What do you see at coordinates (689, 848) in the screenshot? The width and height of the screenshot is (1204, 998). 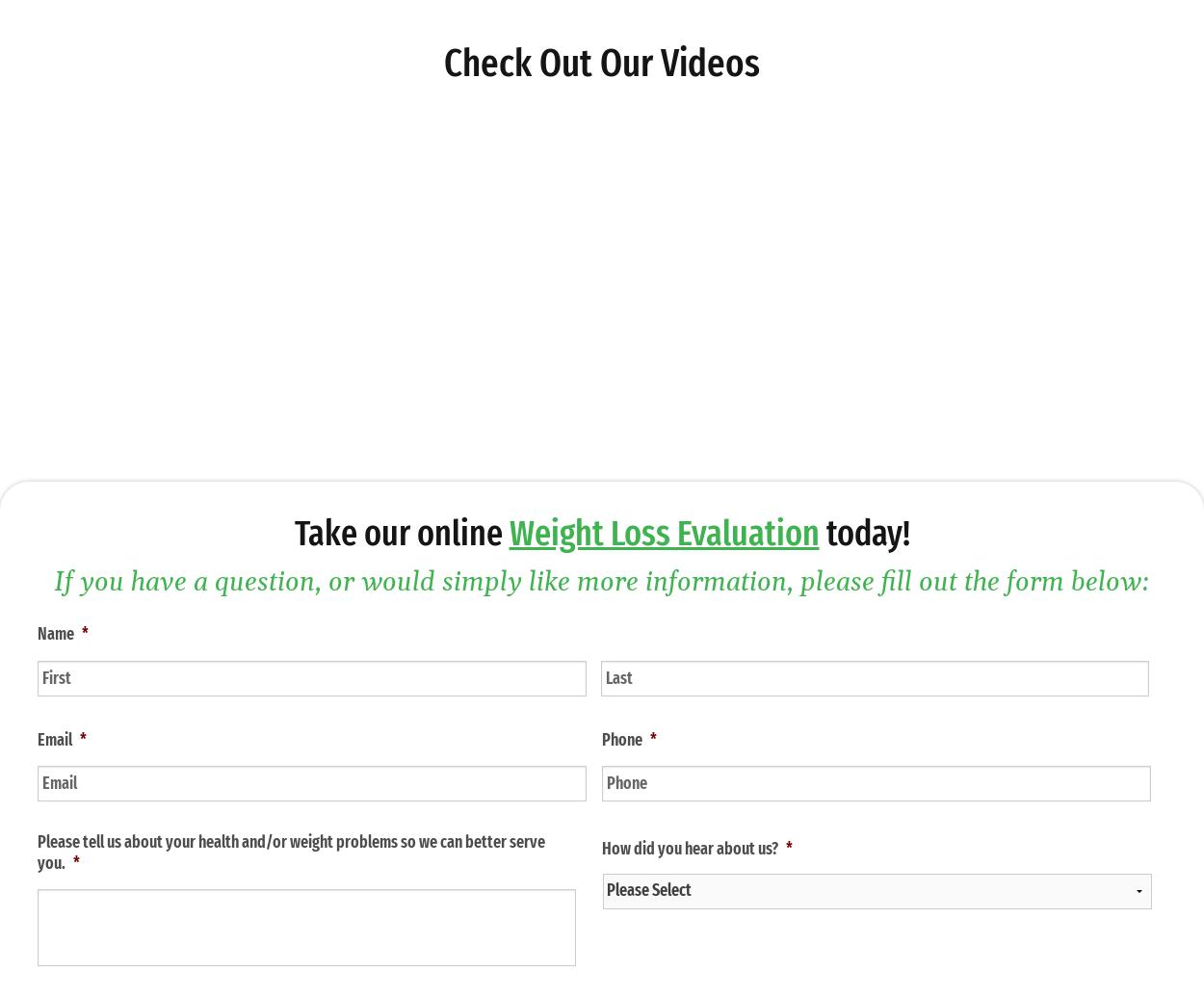 I see `'How did you hear about us?'` at bounding box center [689, 848].